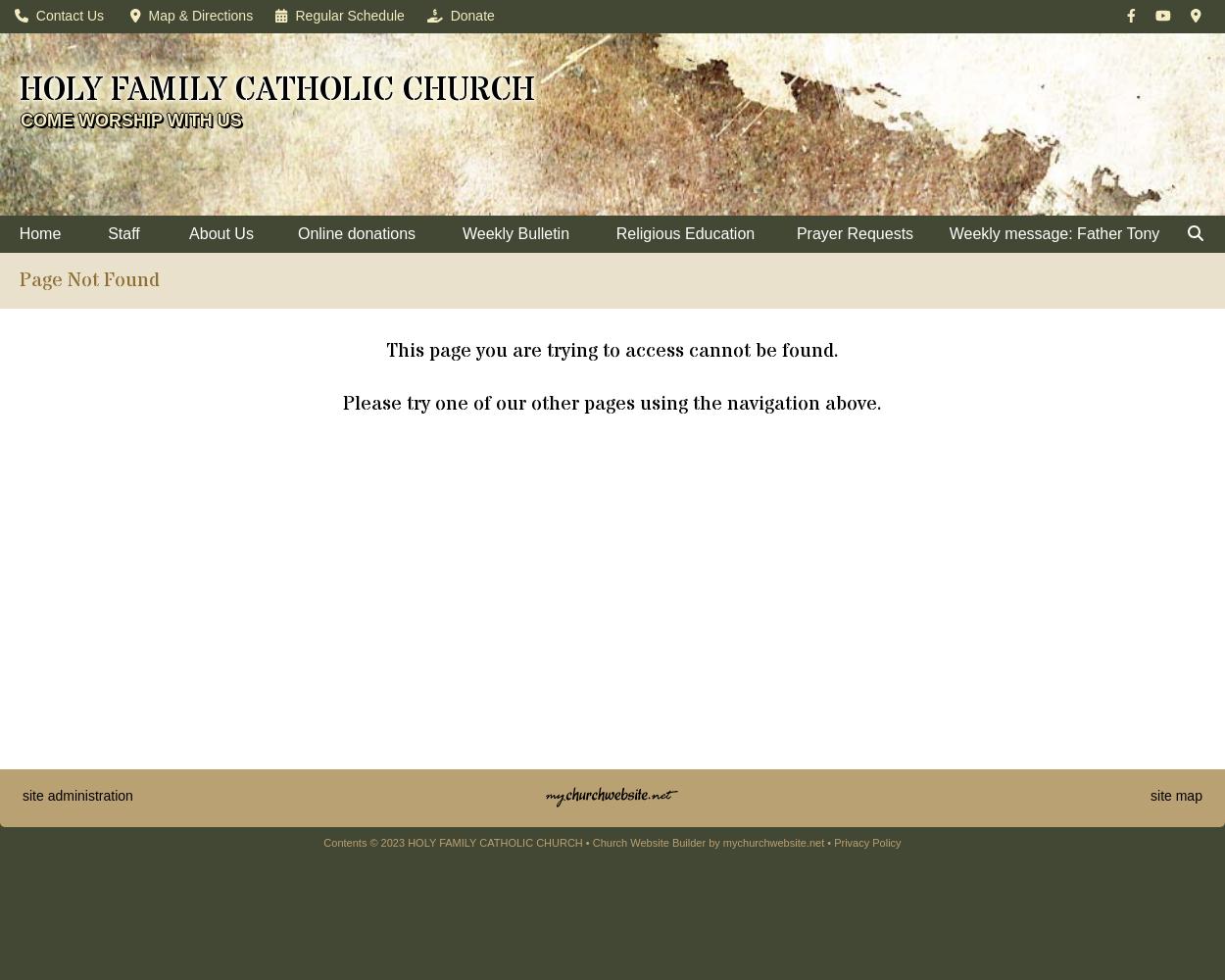 The width and height of the screenshot is (1225, 980). Describe the element at coordinates (20, 89) in the screenshot. I see `'HOLY FAMILY CATHOLIC CHURCH'` at that location.